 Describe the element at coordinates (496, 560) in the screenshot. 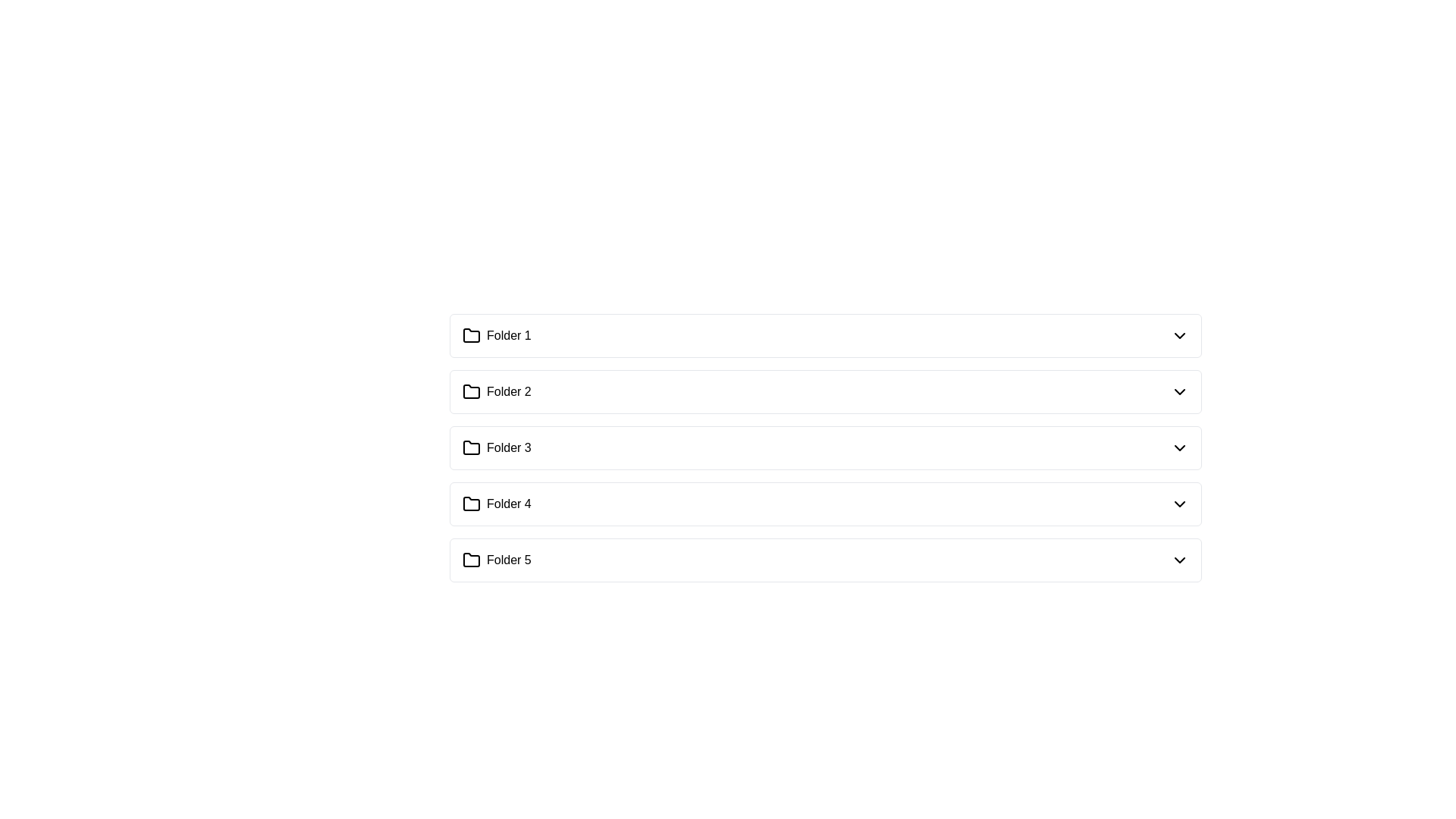

I see `the 'Folder 5' label with an icon` at that location.